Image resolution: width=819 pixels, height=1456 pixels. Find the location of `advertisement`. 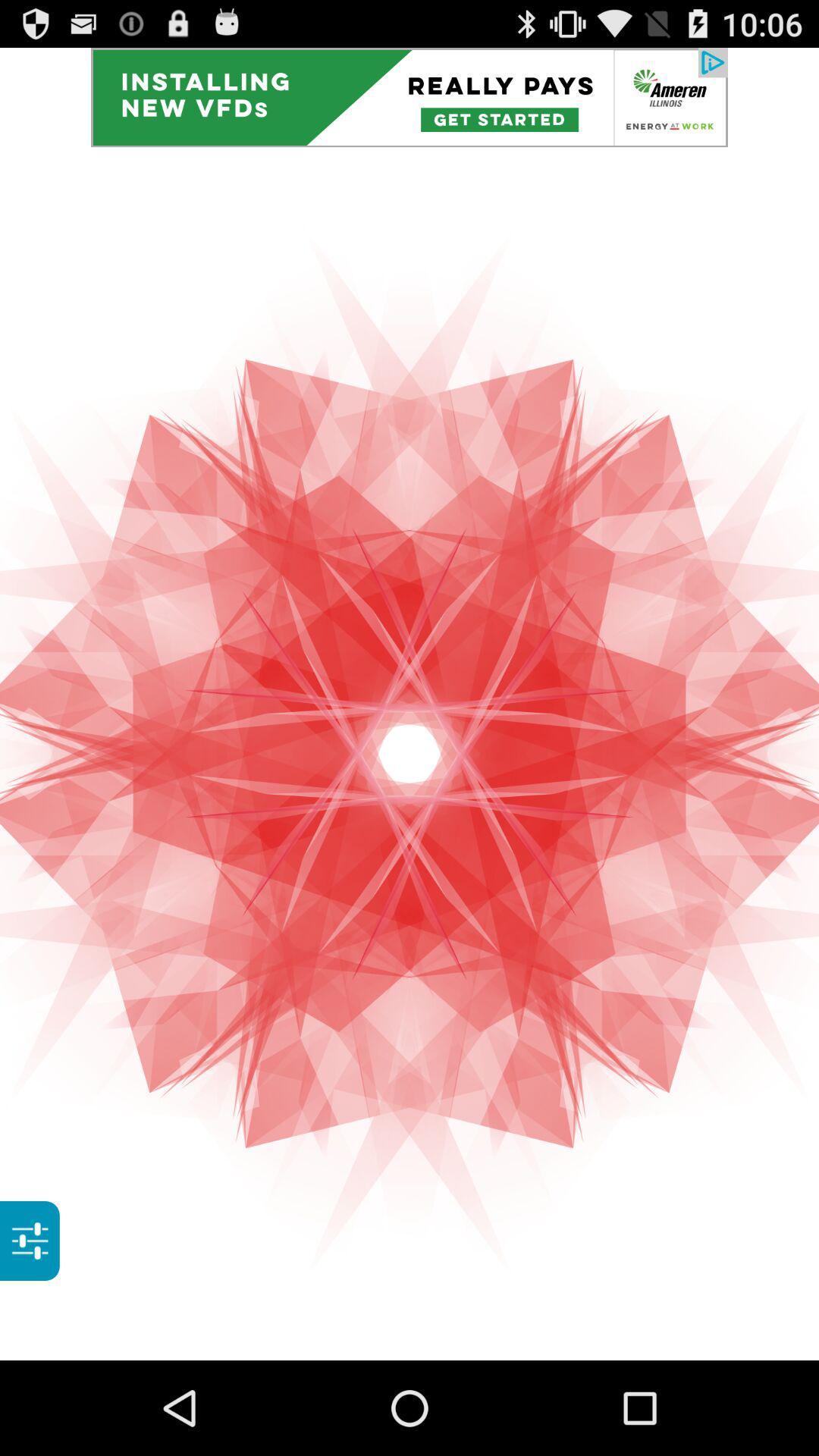

advertisement is located at coordinates (409, 96).